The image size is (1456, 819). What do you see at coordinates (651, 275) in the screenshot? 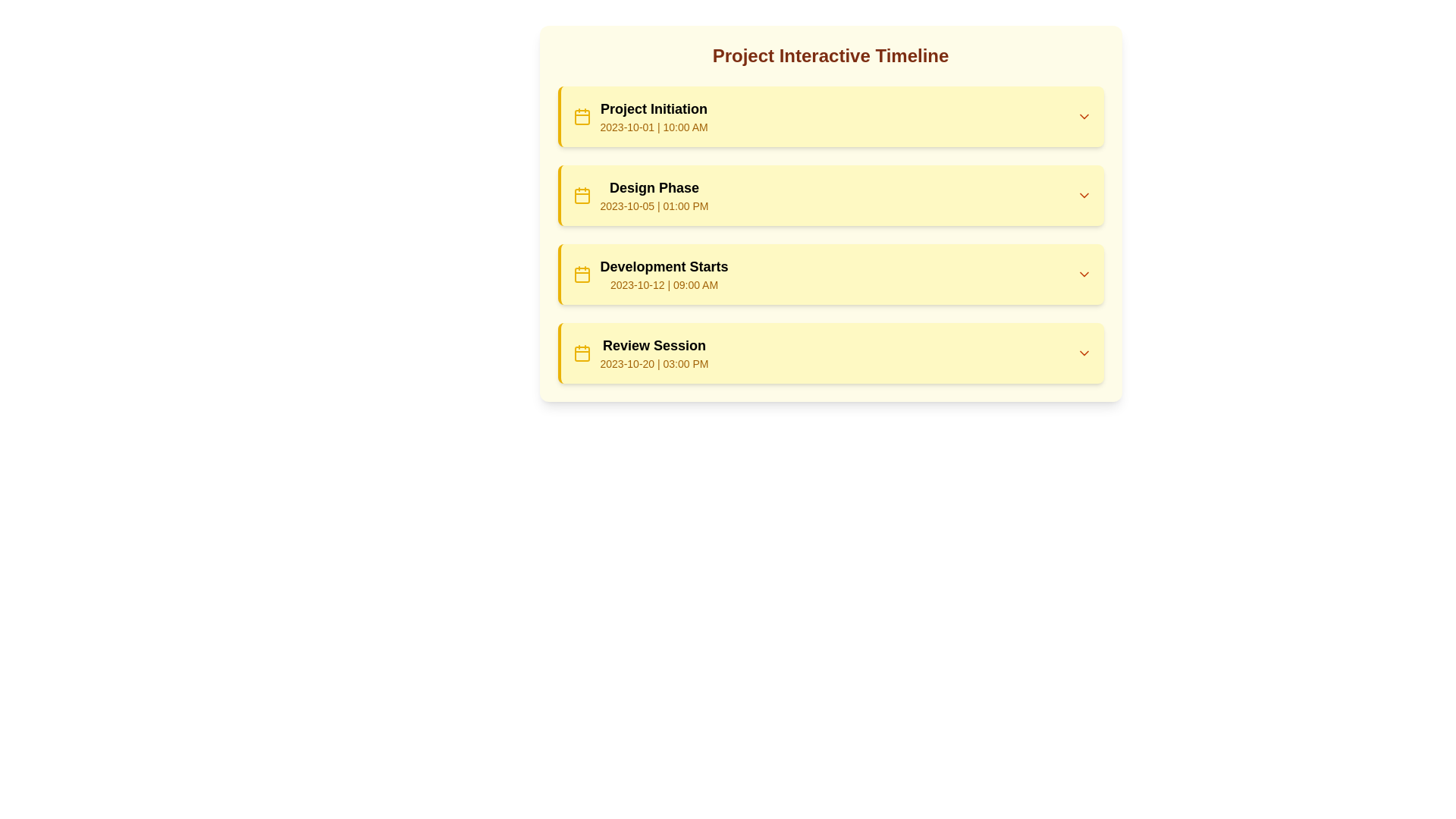
I see `the Text Display with Icon that represents the start date and time of the 'Development Starts' phase, which is the third element in a vertically stacked list of cards` at bounding box center [651, 275].